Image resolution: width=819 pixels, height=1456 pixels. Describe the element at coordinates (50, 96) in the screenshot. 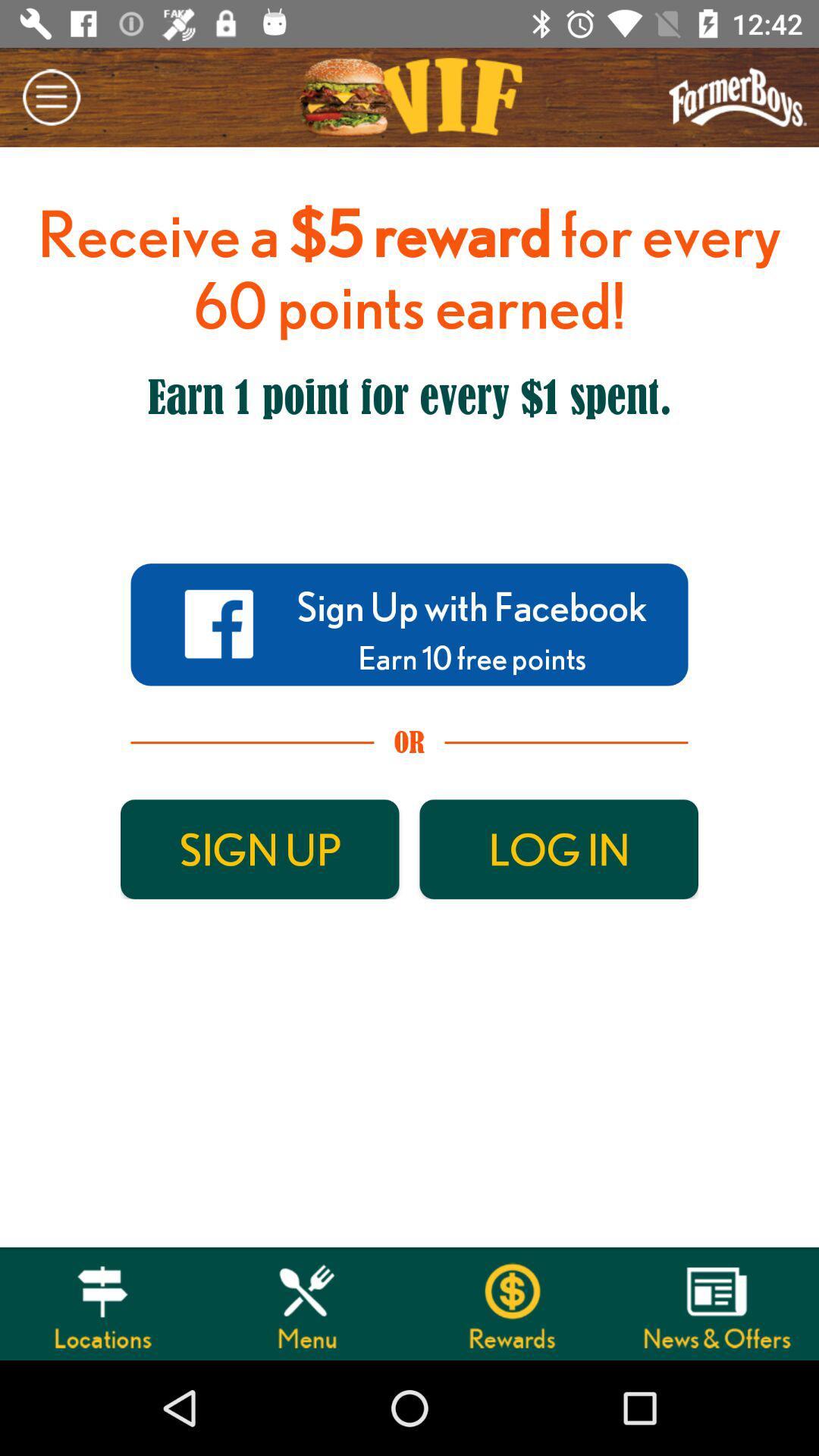

I see `the minus icon` at that location.